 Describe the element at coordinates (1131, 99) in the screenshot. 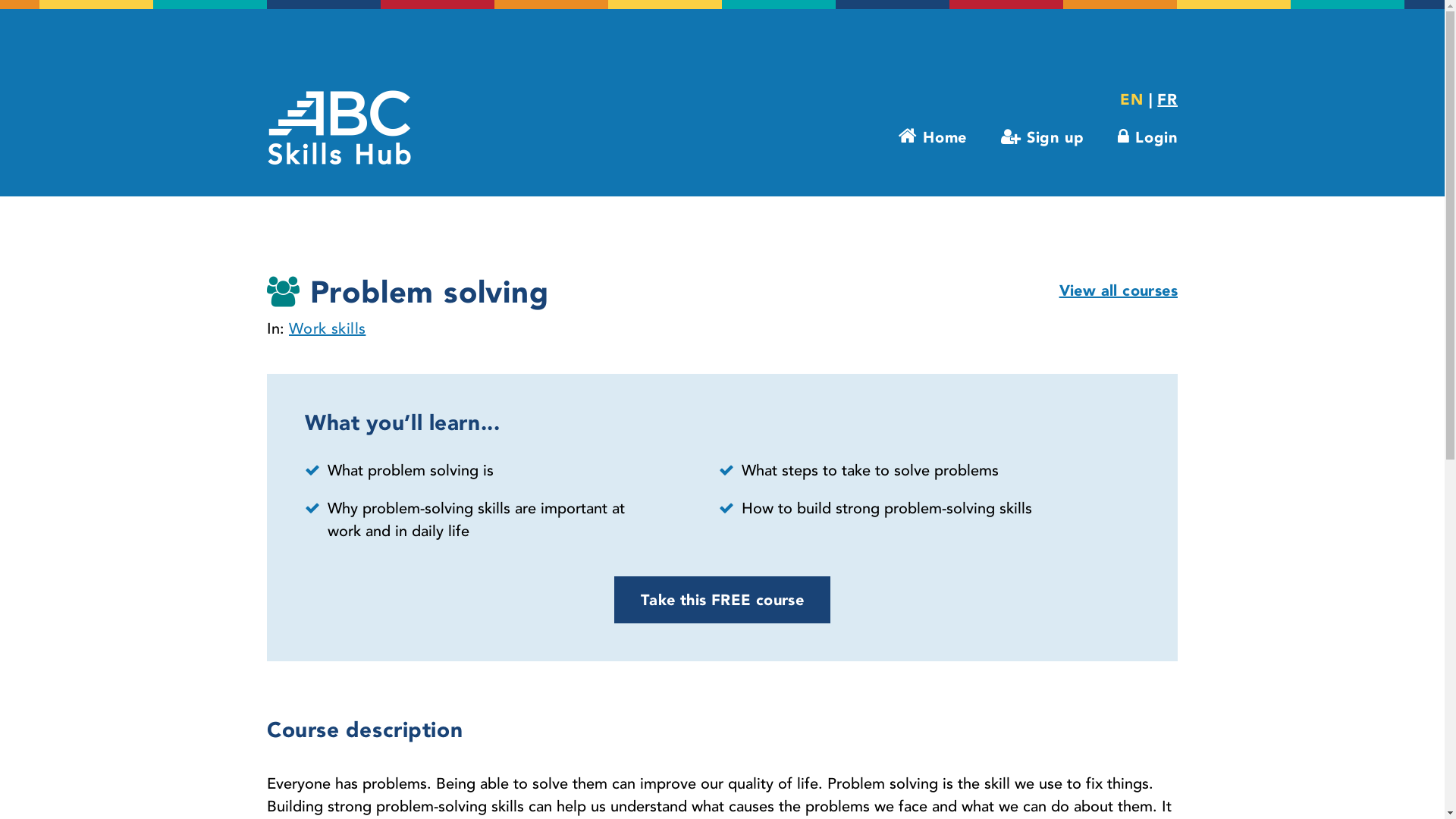

I see `'EN'` at that location.